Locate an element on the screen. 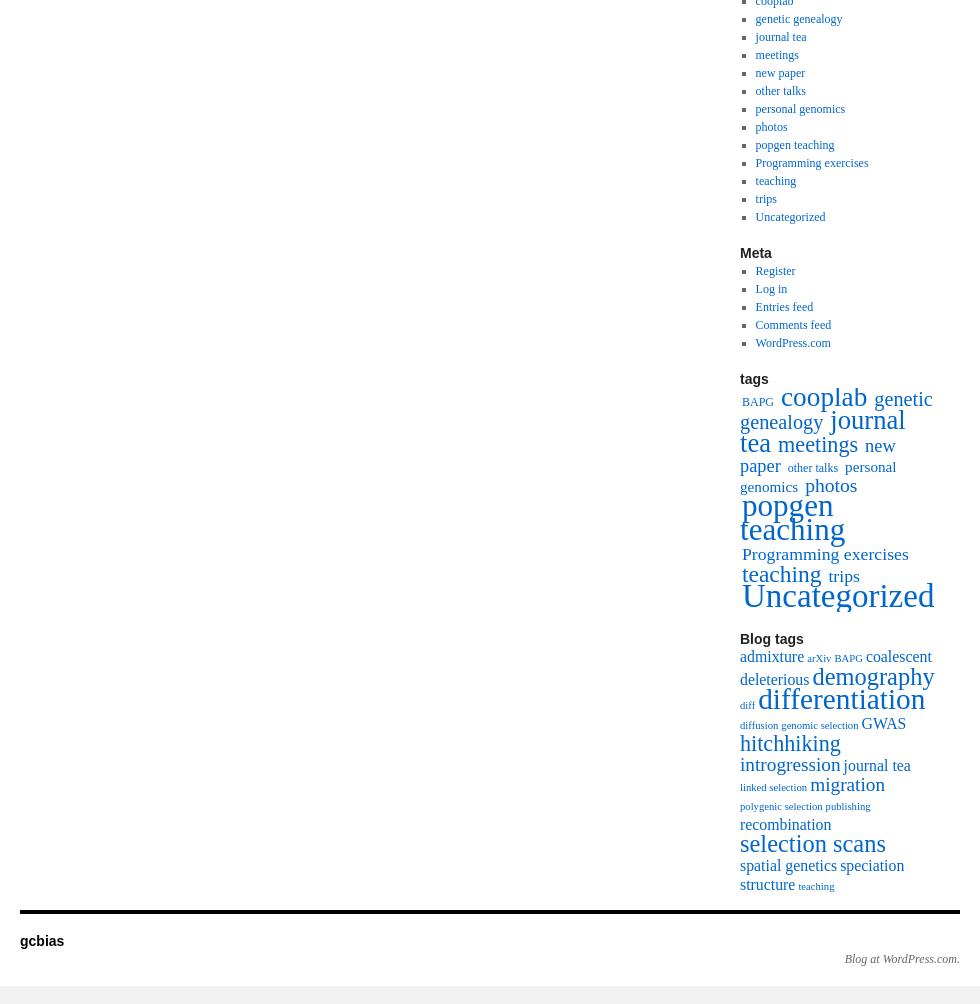  'genomic selection' is located at coordinates (819, 724).